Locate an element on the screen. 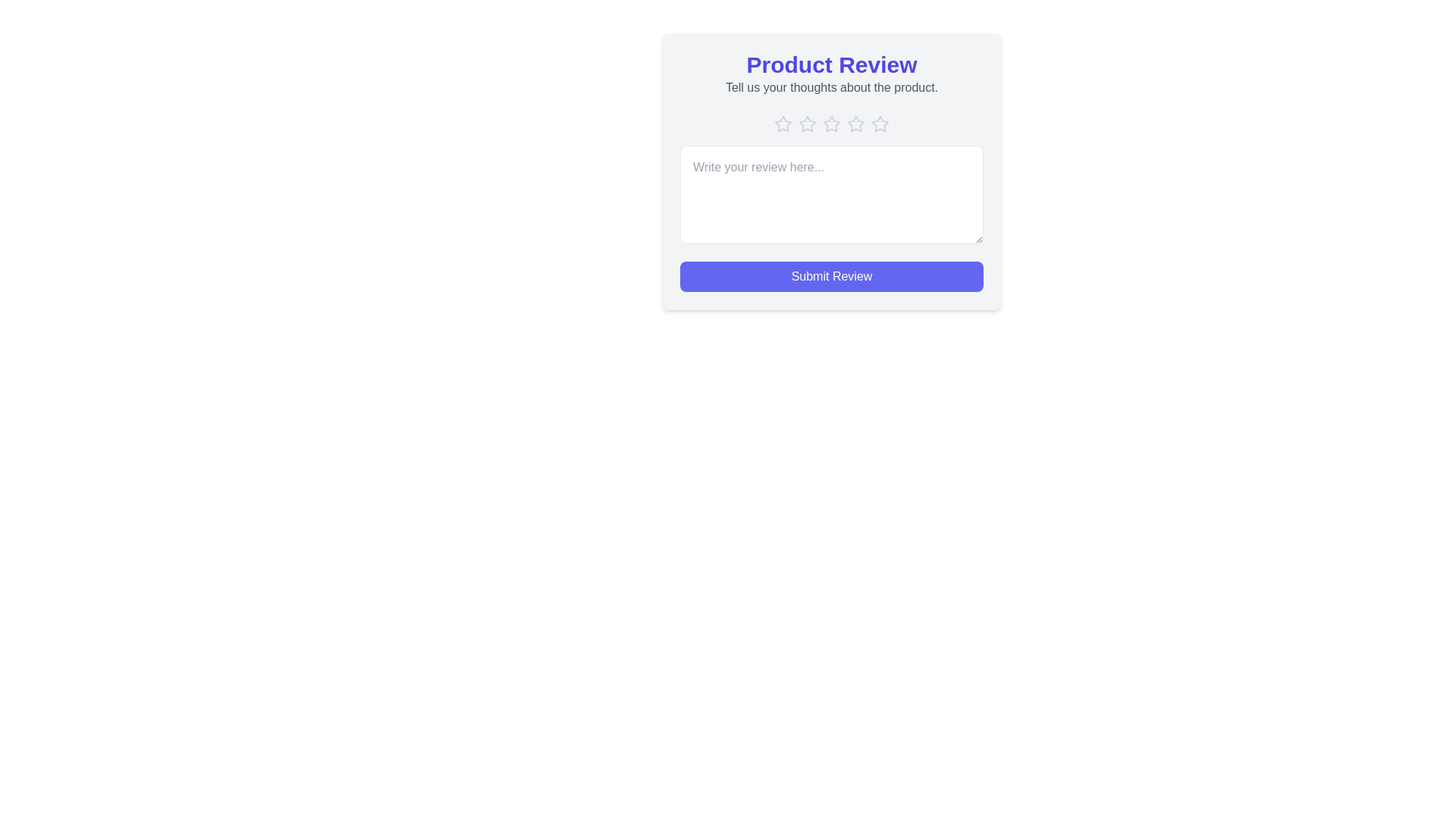  the third star icon in the rating section is located at coordinates (831, 124).